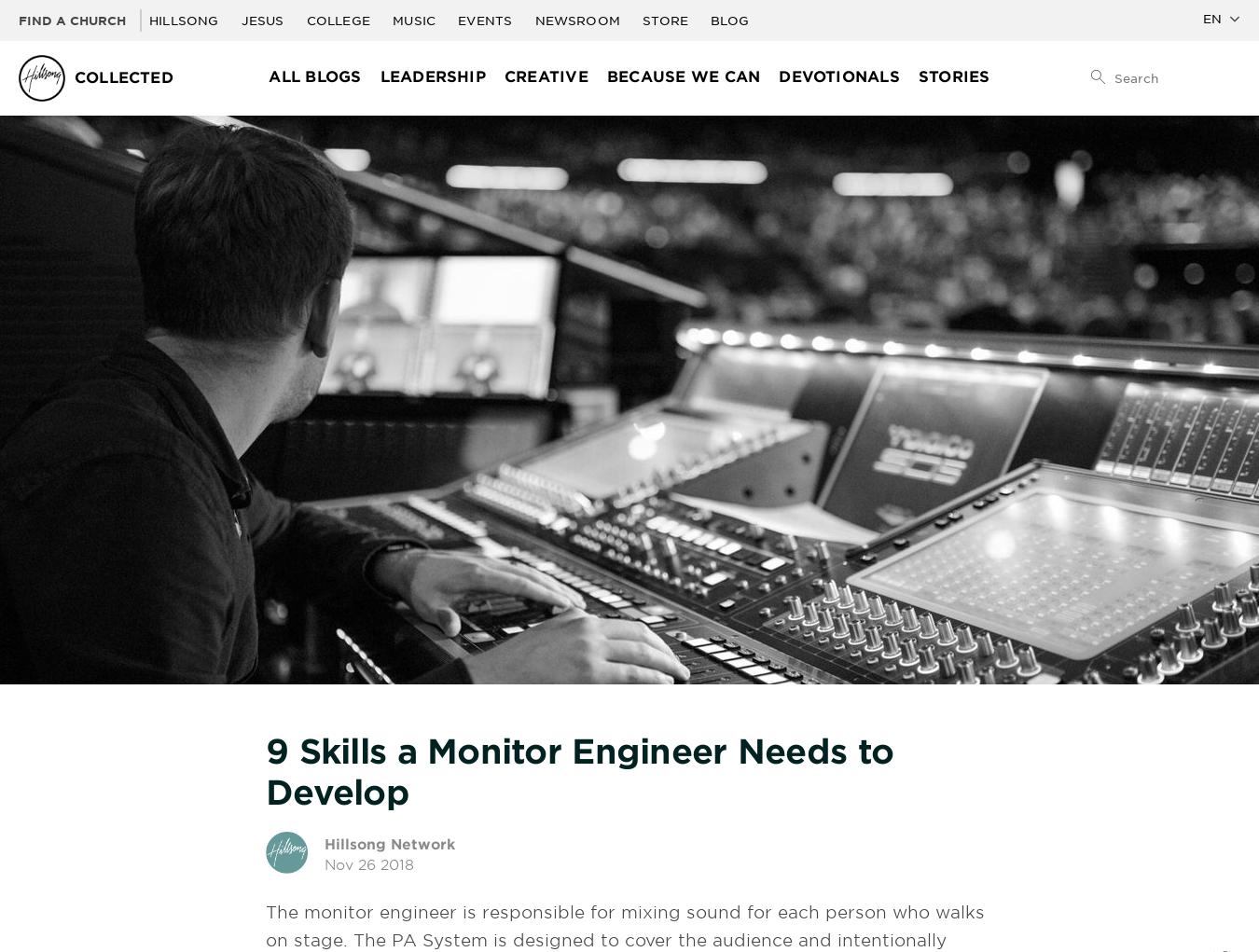  Describe the element at coordinates (185, 20) in the screenshot. I see `'Hillsong'` at that location.